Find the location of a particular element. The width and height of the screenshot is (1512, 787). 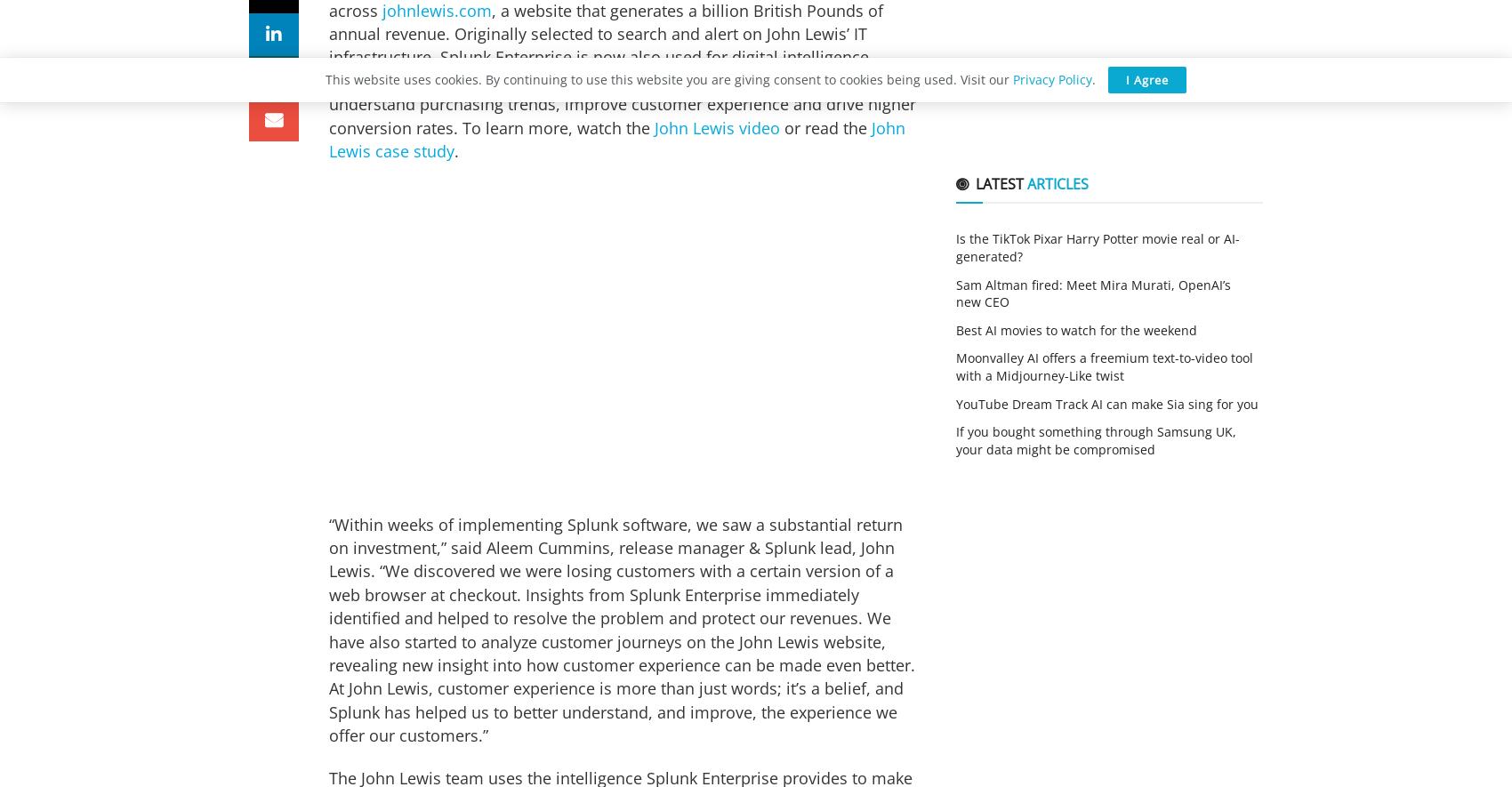

'Privacy Policy' is located at coordinates (1051, 79).